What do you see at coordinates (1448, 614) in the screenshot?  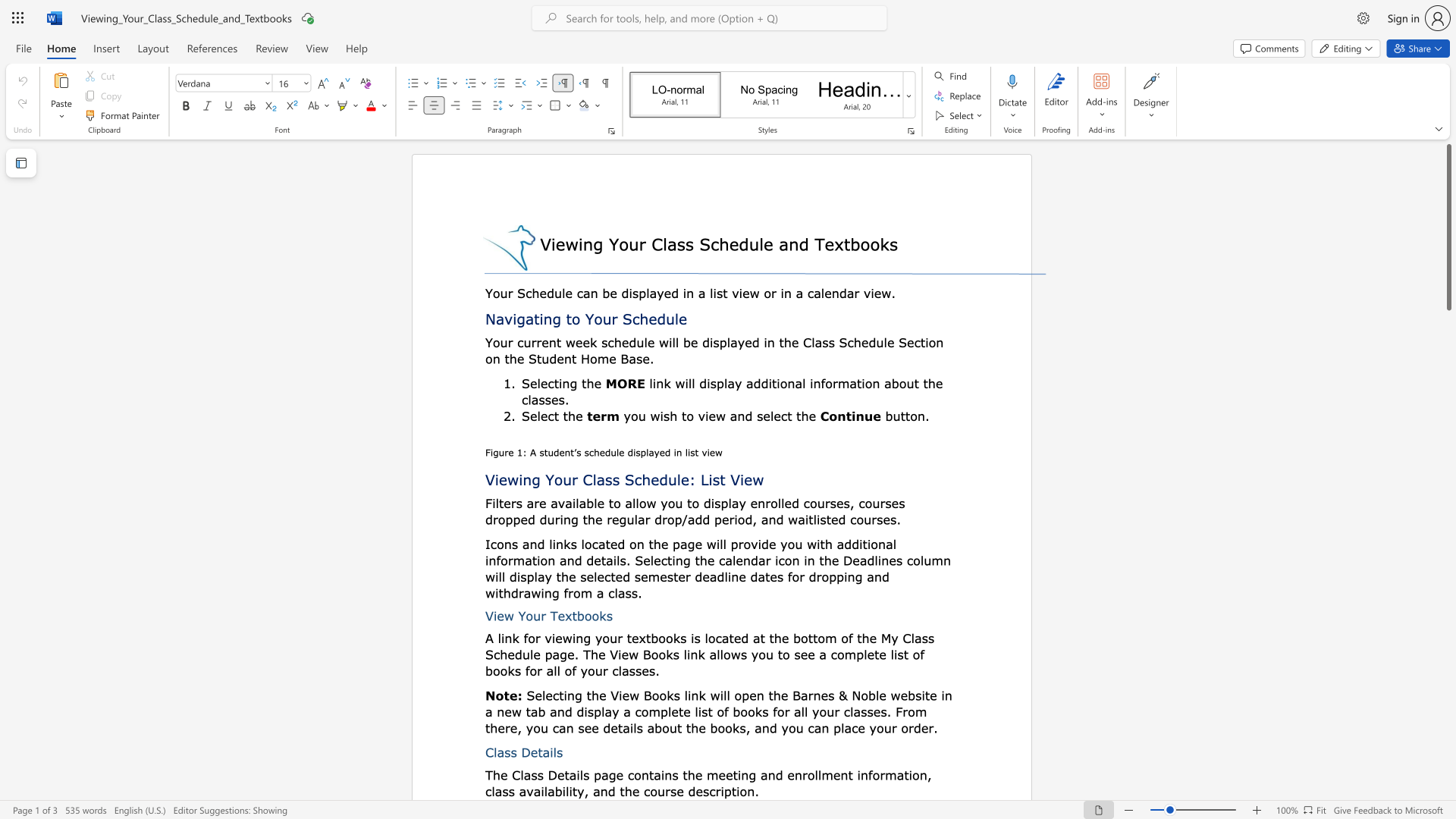 I see `the scrollbar on the right to shift the page lower` at bounding box center [1448, 614].